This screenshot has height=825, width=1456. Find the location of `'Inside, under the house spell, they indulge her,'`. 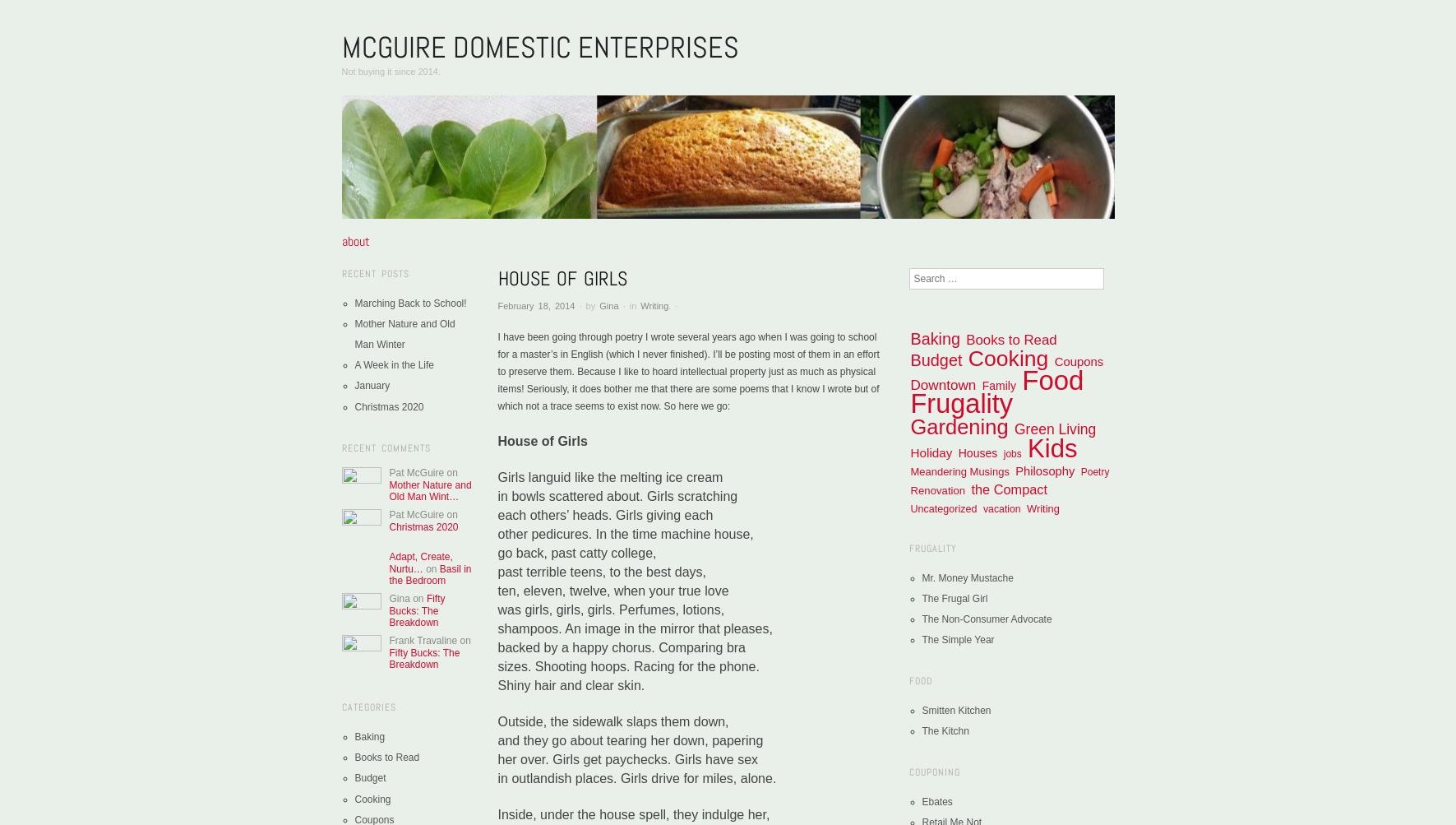

'Inside, under the house spell, they indulge her,' is located at coordinates (632, 813).